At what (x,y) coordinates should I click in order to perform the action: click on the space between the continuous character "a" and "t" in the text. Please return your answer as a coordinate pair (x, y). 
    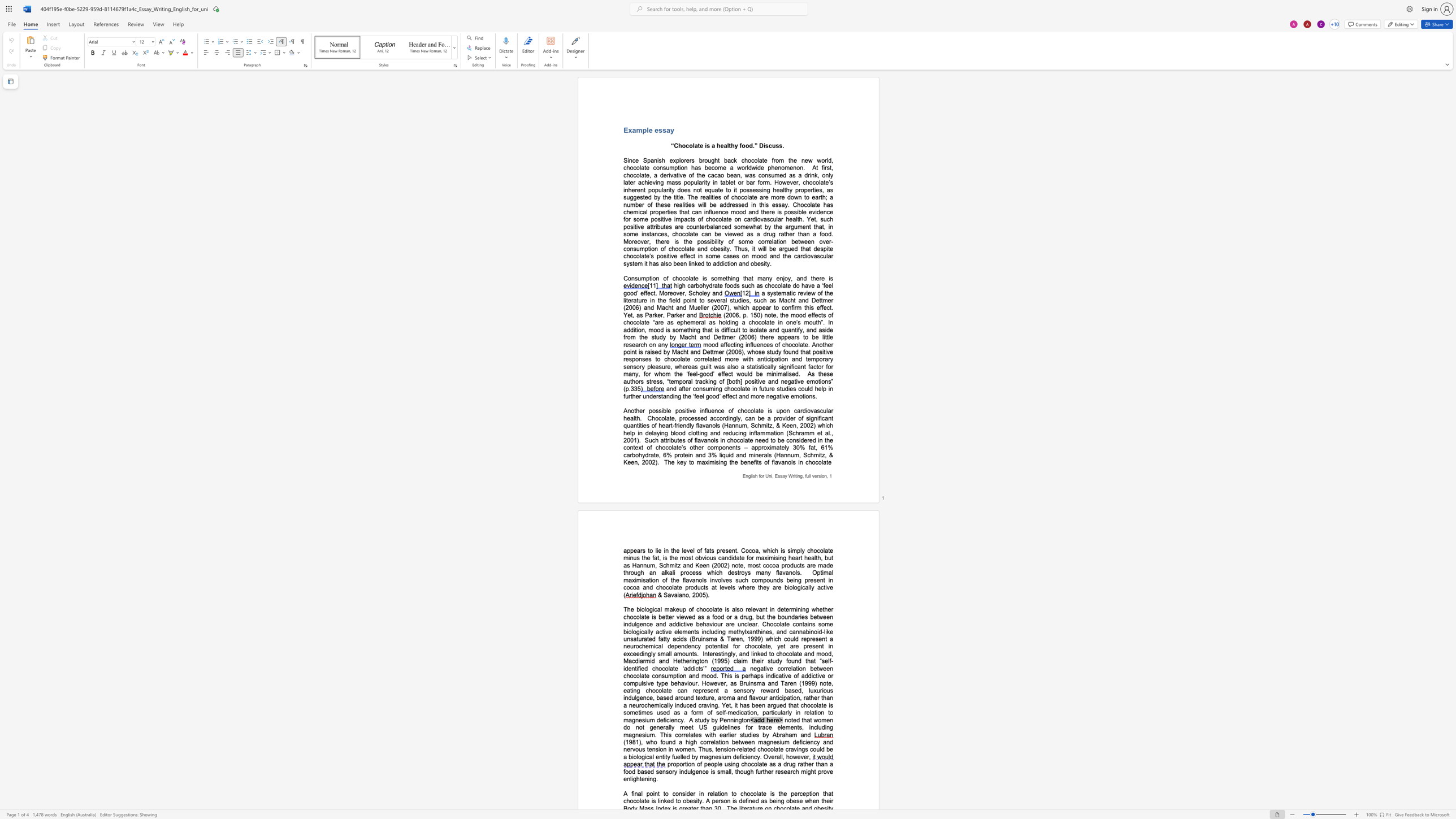
    Looking at the image, I should click on (697, 146).